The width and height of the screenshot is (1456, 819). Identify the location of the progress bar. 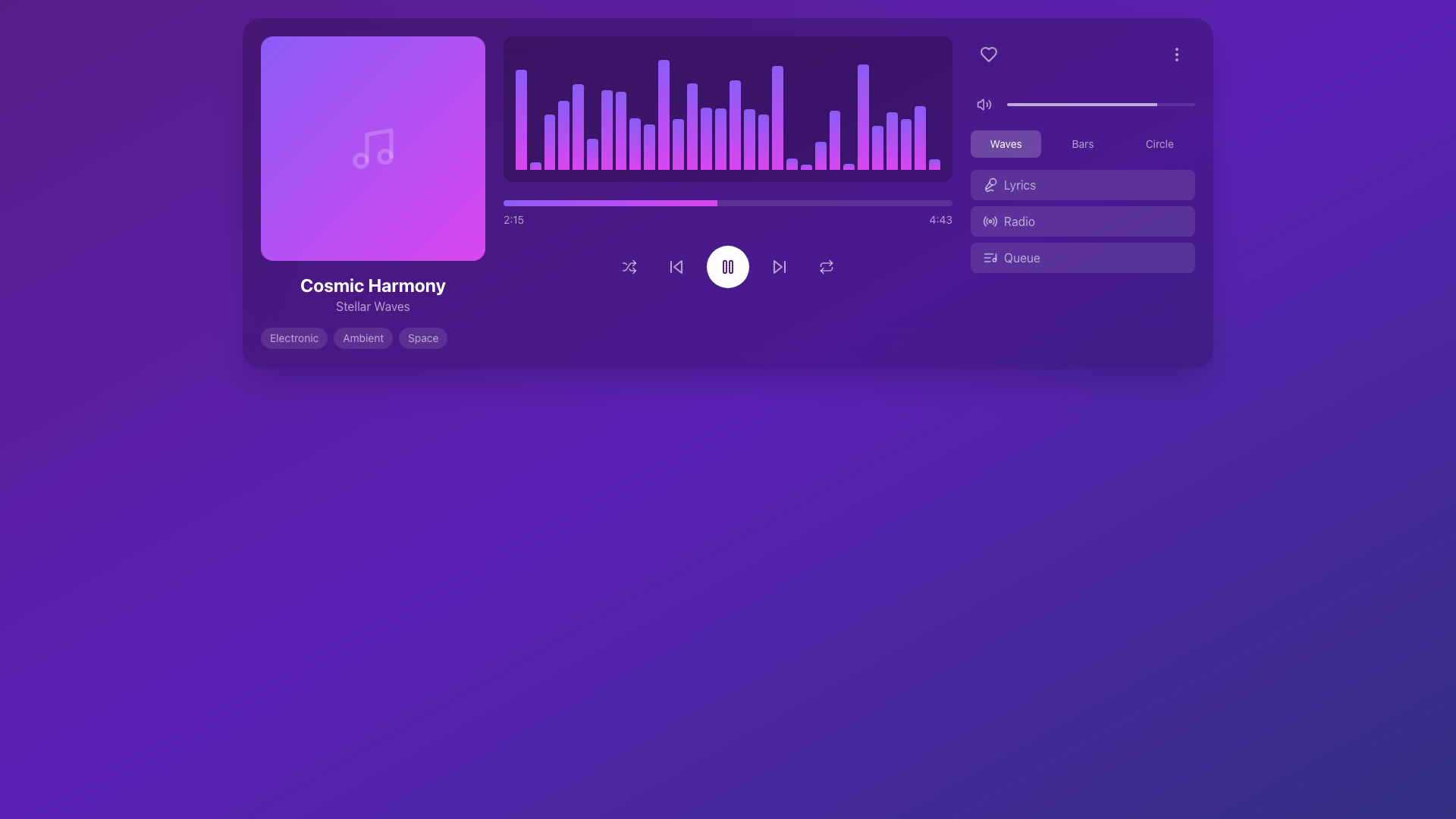
(920, 202).